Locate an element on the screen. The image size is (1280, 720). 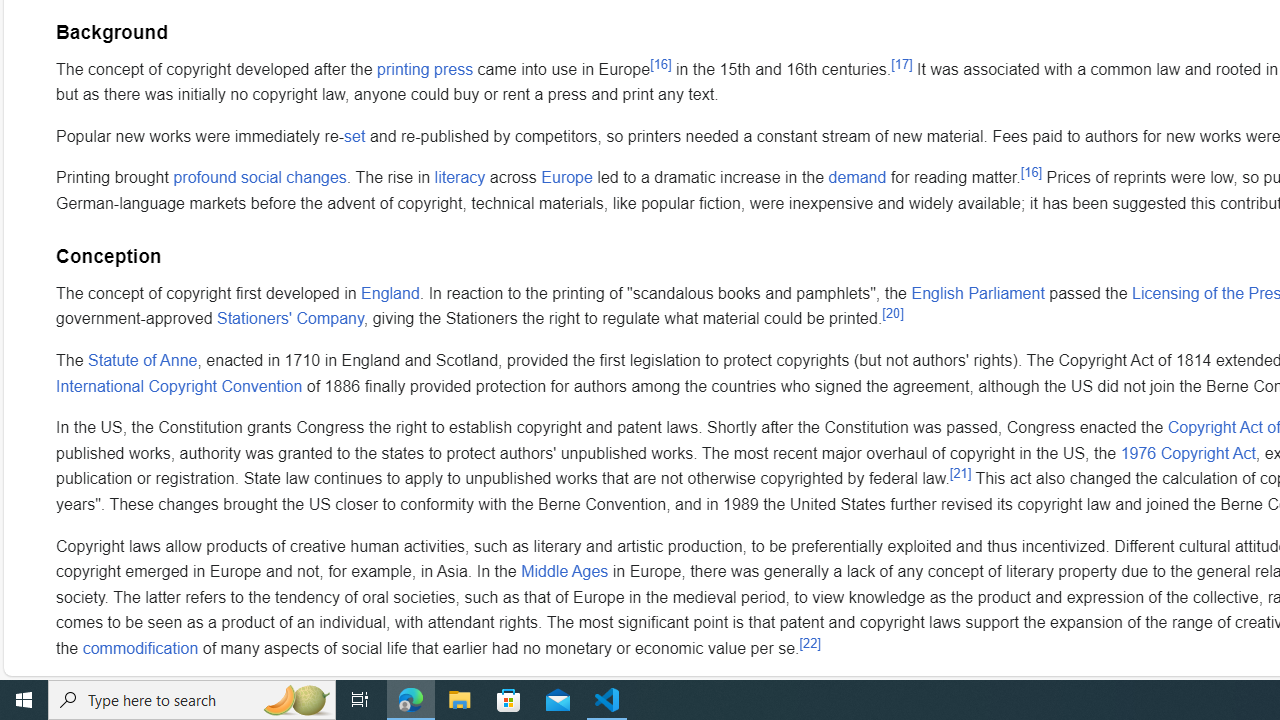
'demand' is located at coordinates (857, 177).